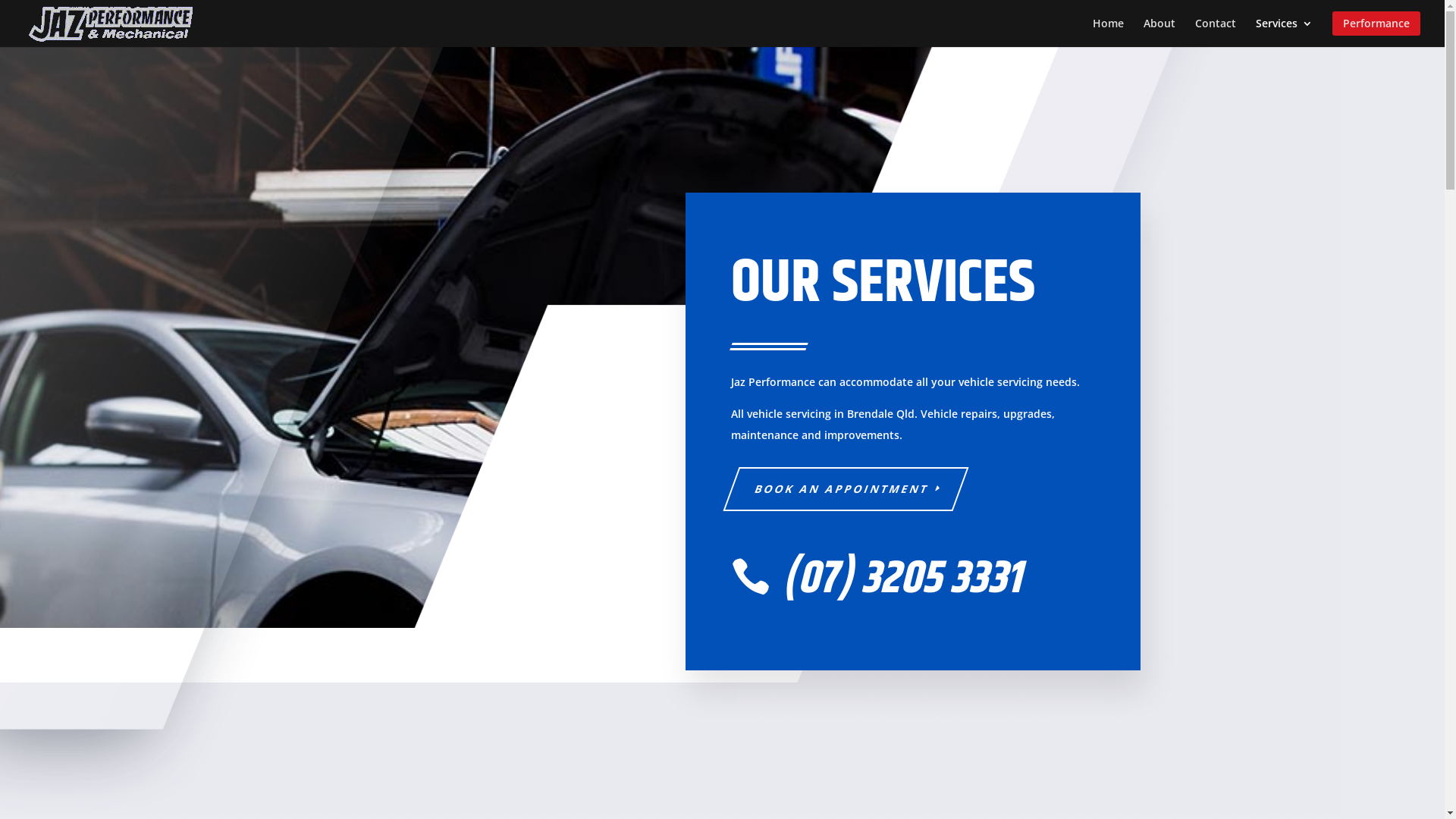 The height and width of the screenshot is (819, 1456). Describe the element at coordinates (1376, 29) in the screenshot. I see `'Performance'` at that location.